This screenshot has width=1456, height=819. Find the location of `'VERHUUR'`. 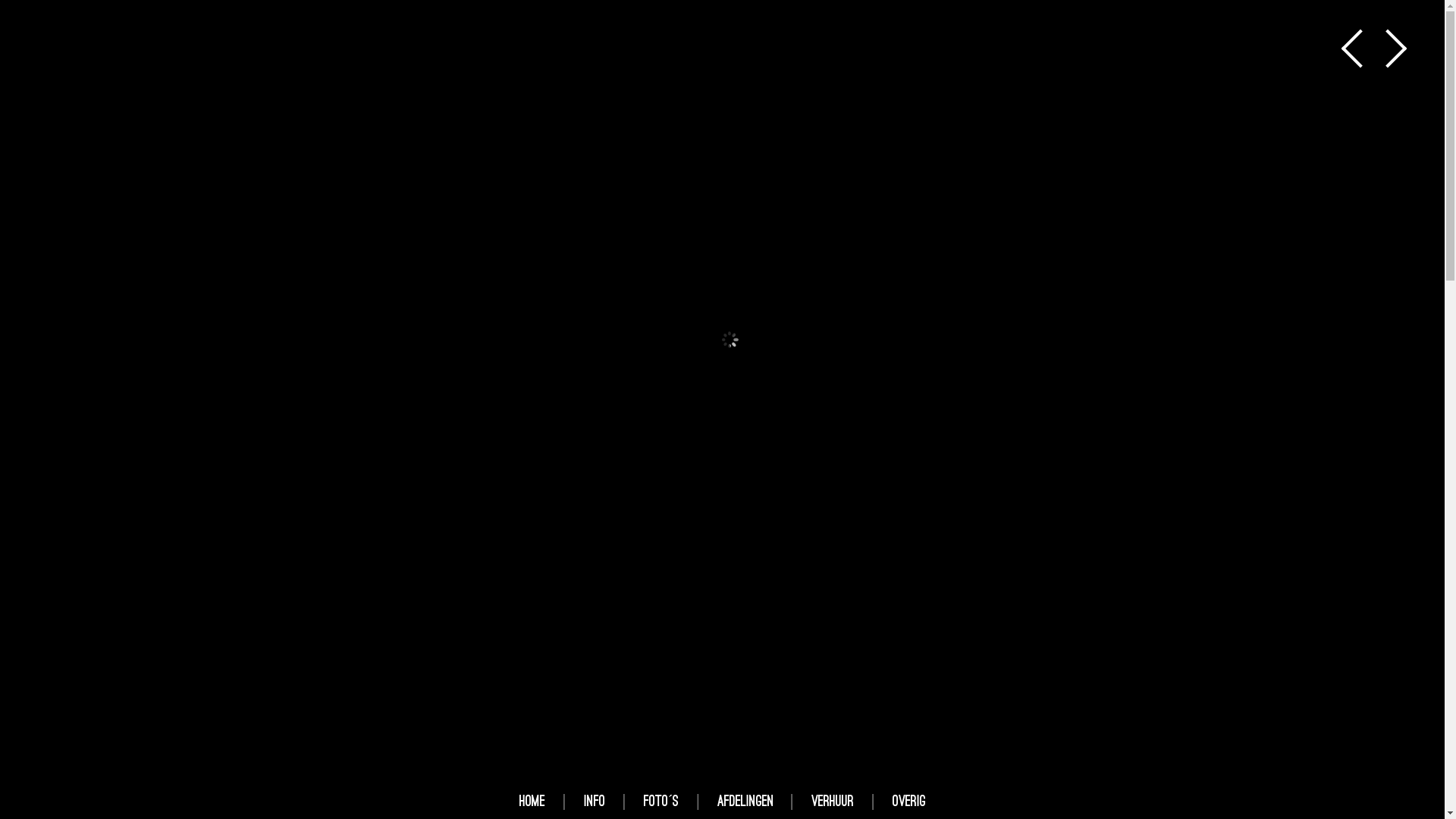

'VERHUUR' is located at coordinates (832, 800).